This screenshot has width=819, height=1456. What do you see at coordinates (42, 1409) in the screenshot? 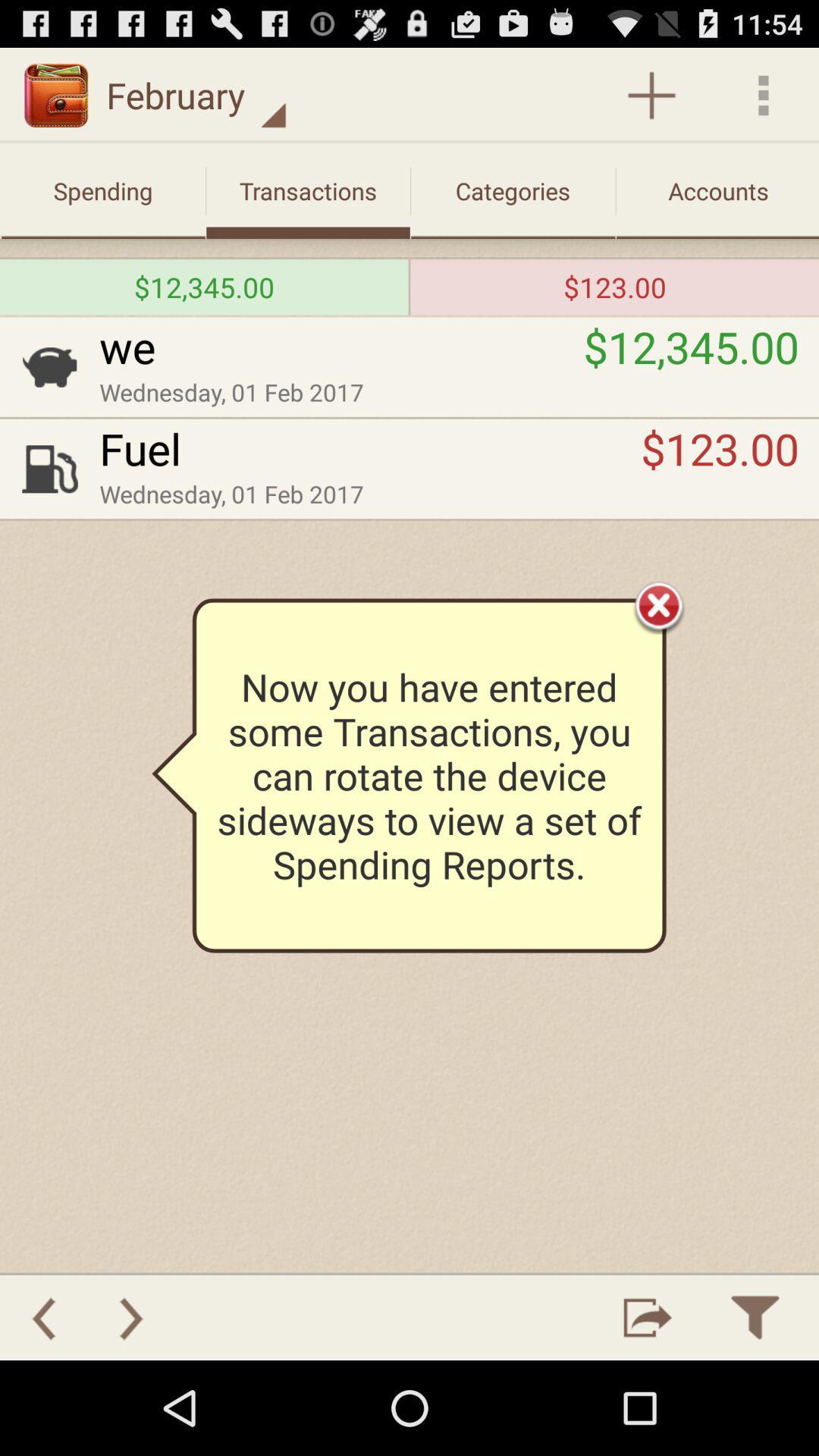
I see `the arrow_backward icon` at bounding box center [42, 1409].